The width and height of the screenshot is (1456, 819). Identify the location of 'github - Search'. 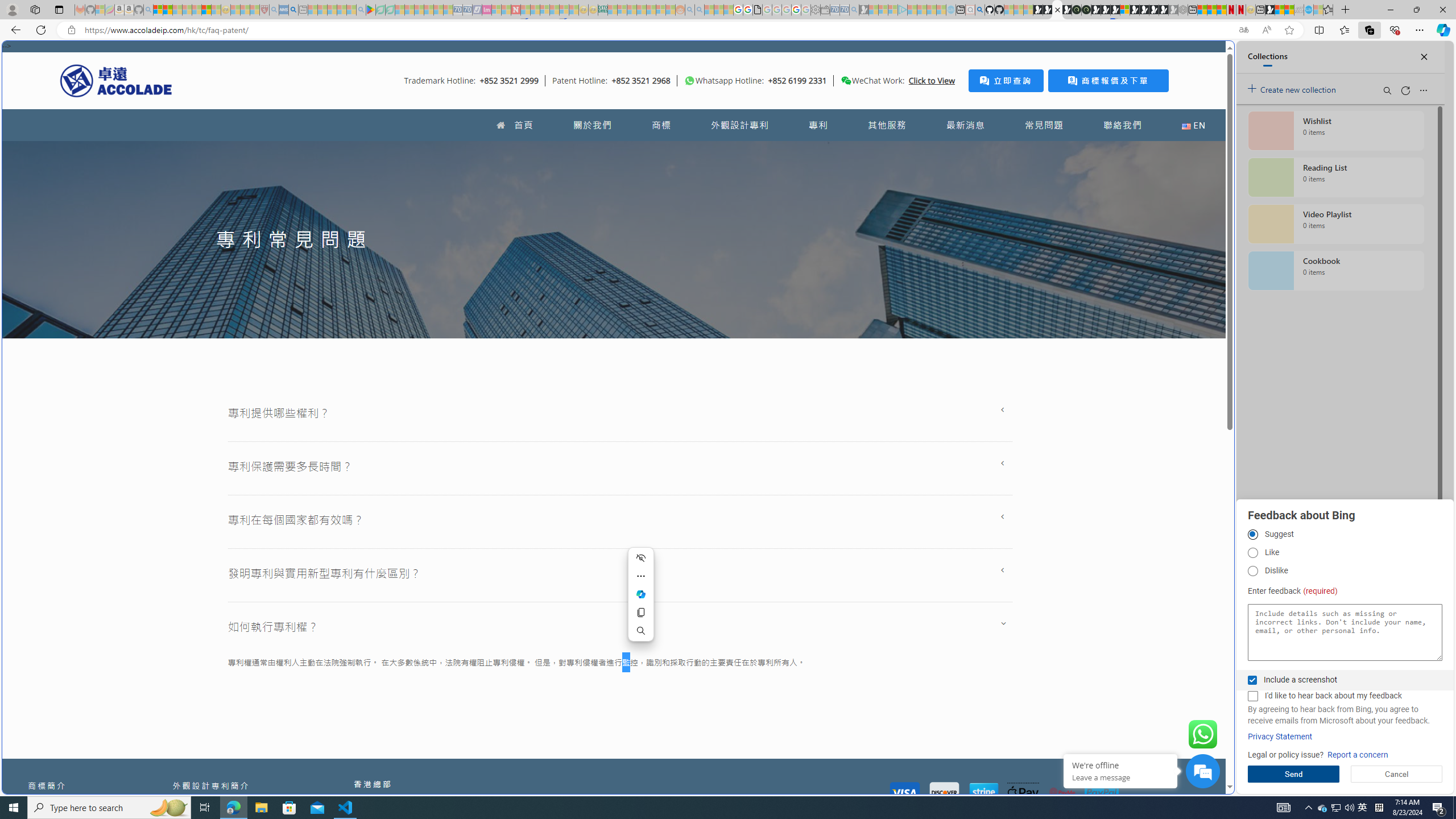
(979, 9).